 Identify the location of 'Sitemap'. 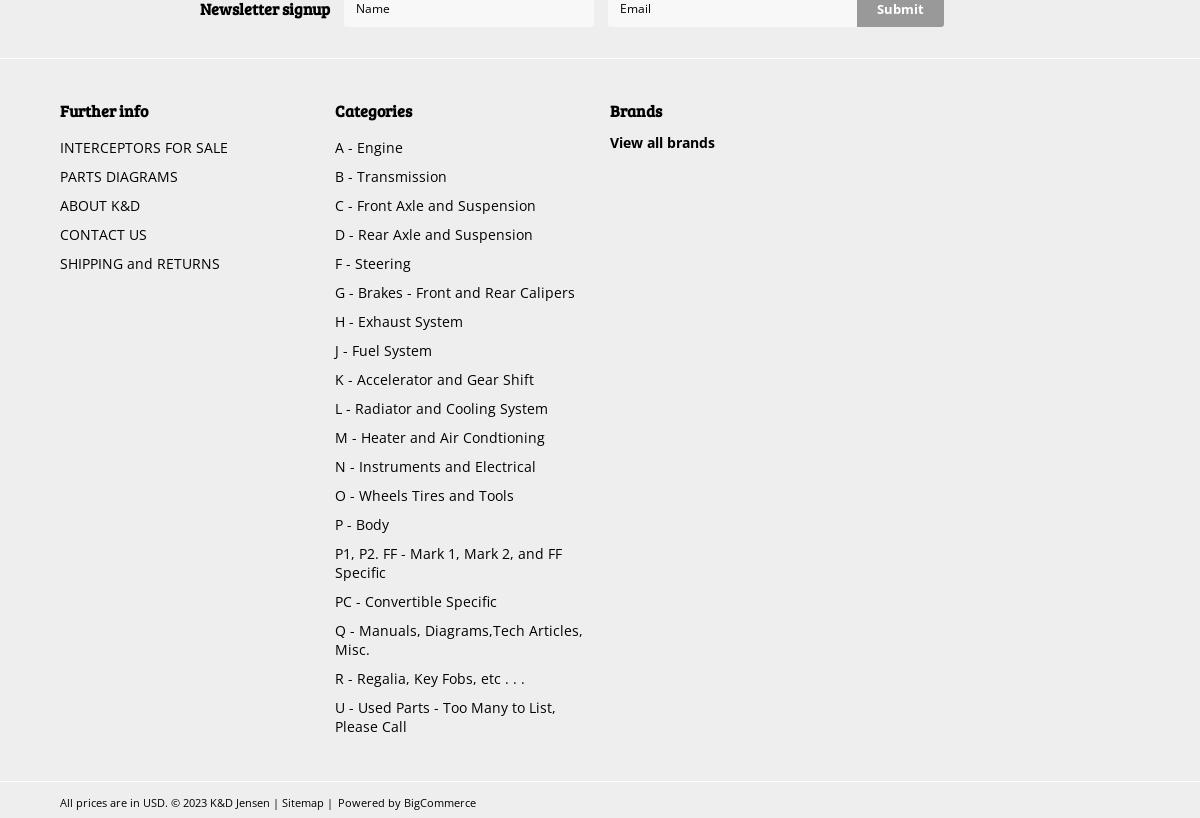
(303, 802).